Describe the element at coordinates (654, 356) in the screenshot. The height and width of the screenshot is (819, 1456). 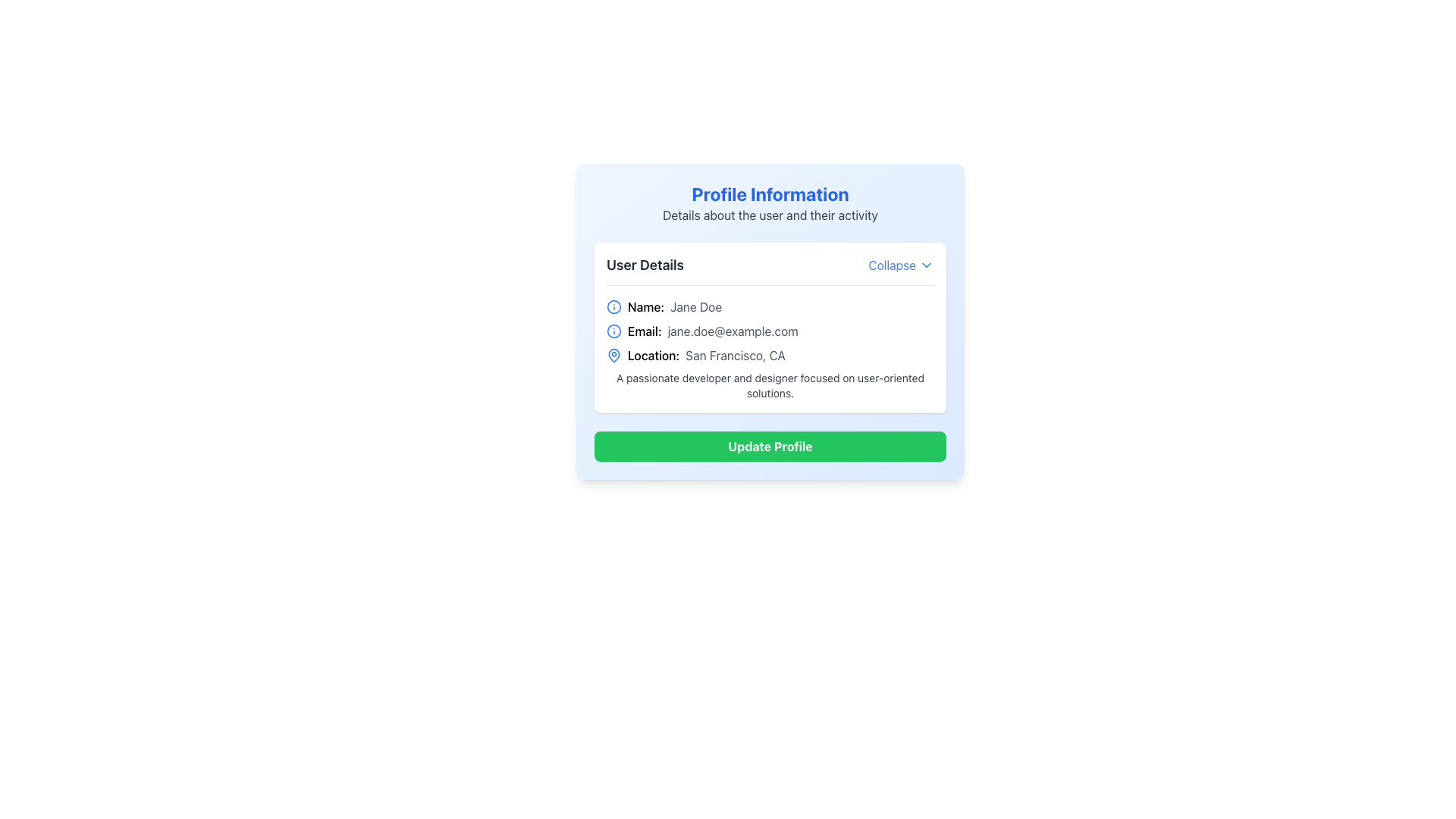
I see `the Text label indicating the user's location in the 'User Details' section of the profile card interface, which is positioned after the 'Email' field and before the location description 'San Francisco, CA'` at that location.